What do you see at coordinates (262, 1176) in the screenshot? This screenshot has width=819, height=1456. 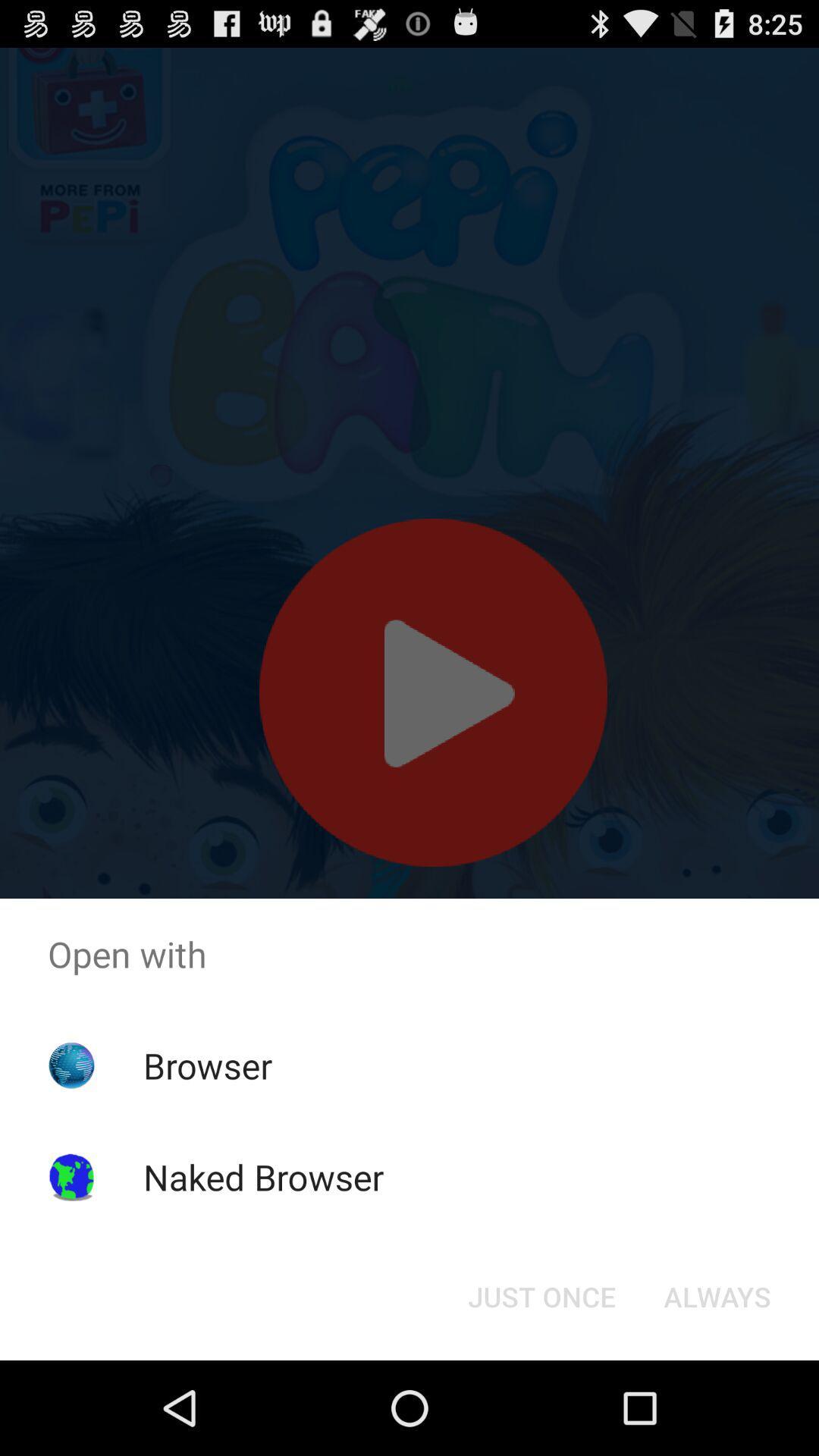 I see `app below the browser icon` at bounding box center [262, 1176].